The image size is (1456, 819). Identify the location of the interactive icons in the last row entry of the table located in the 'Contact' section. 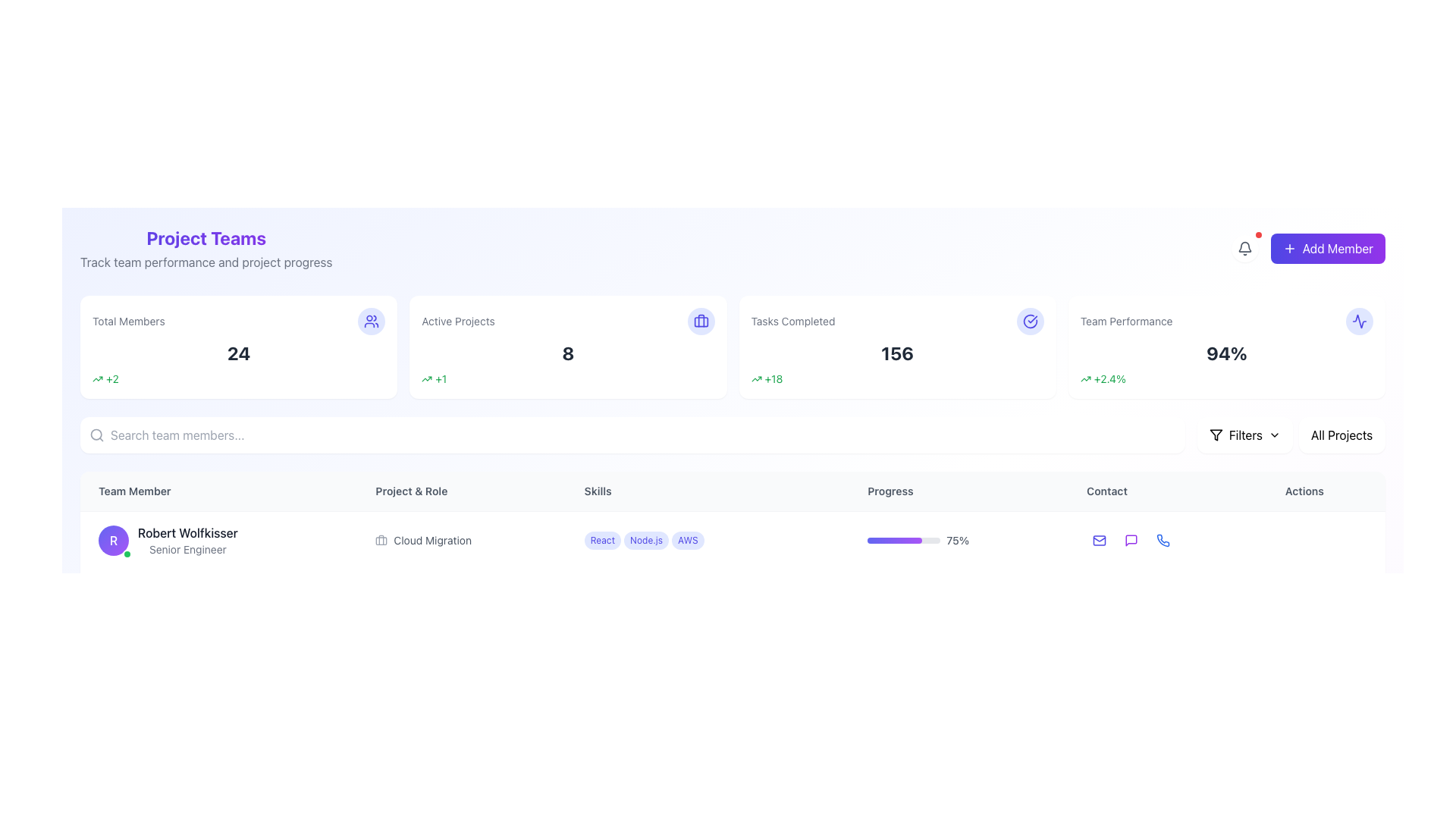
(1167, 654).